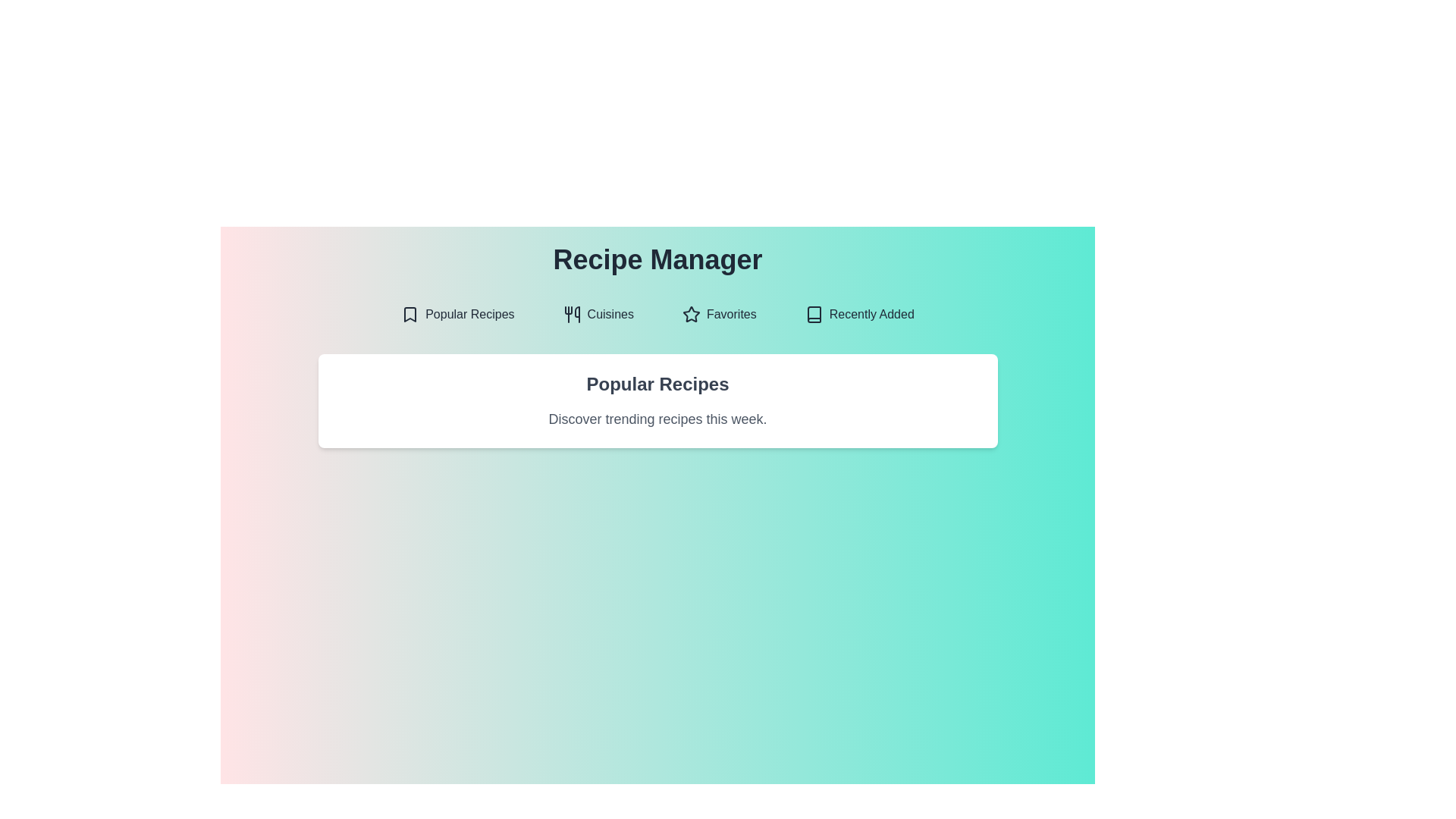 The image size is (1456, 819). What do you see at coordinates (598, 314) in the screenshot?
I see `the Cuisines tab` at bounding box center [598, 314].